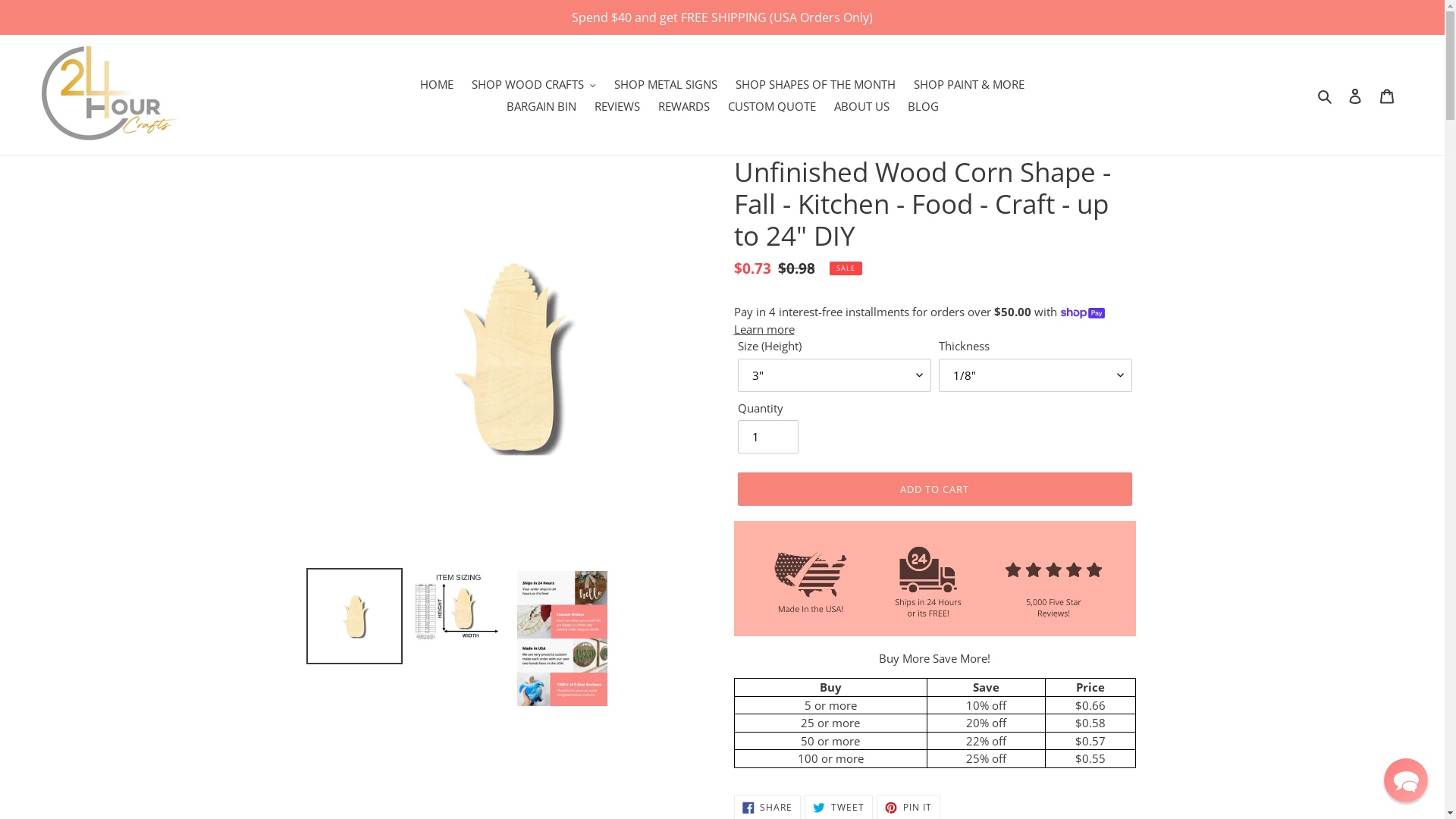  I want to click on 'SHOP WOOD CRAFTS', so click(534, 84).